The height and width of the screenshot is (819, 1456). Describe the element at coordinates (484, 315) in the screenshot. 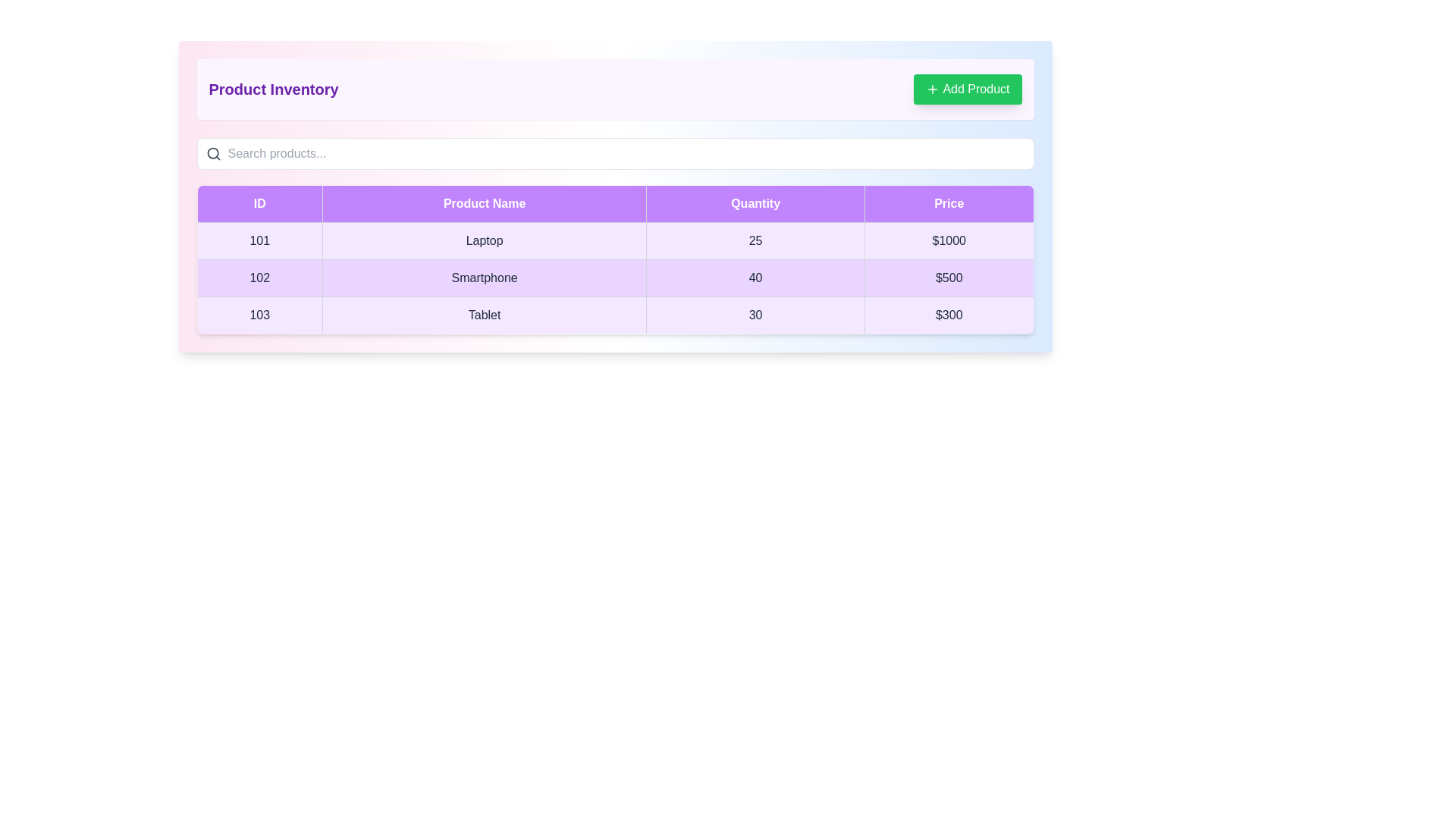

I see `text of the 'Tablet' label located in the second column of the third row of the table, which is identified by the row starting with '103'` at that location.